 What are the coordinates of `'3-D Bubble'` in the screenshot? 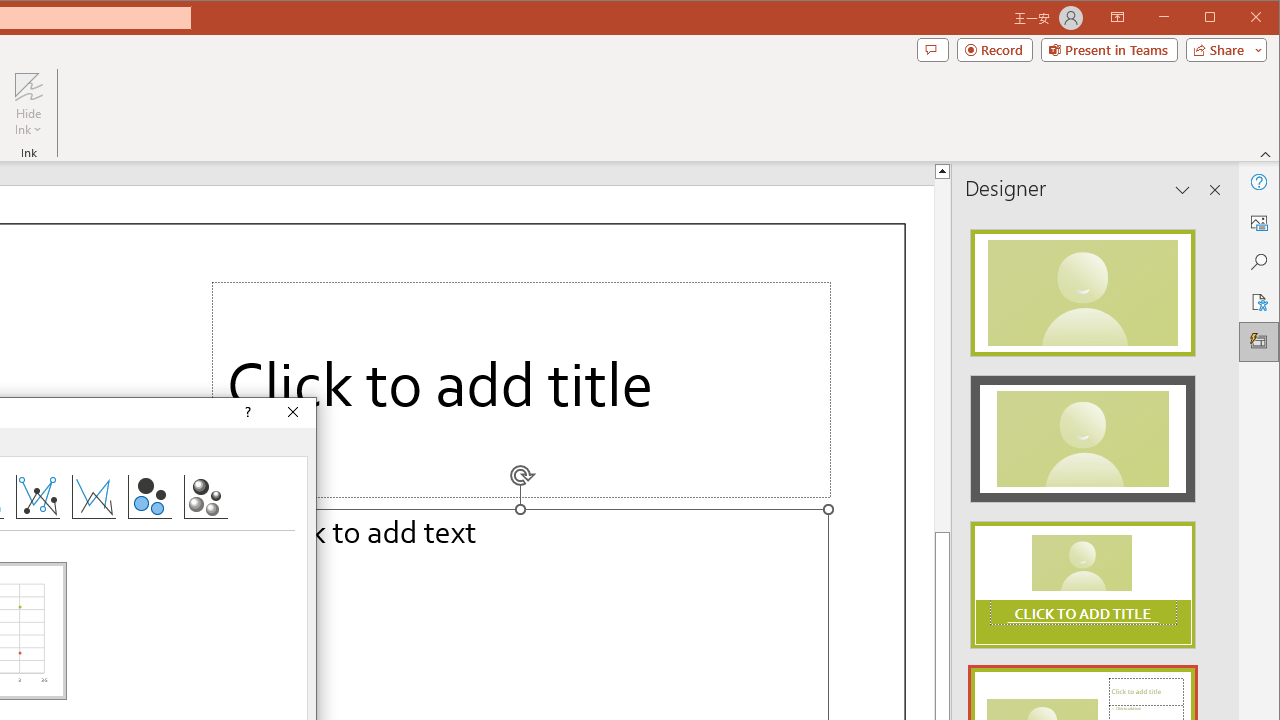 It's located at (206, 495).